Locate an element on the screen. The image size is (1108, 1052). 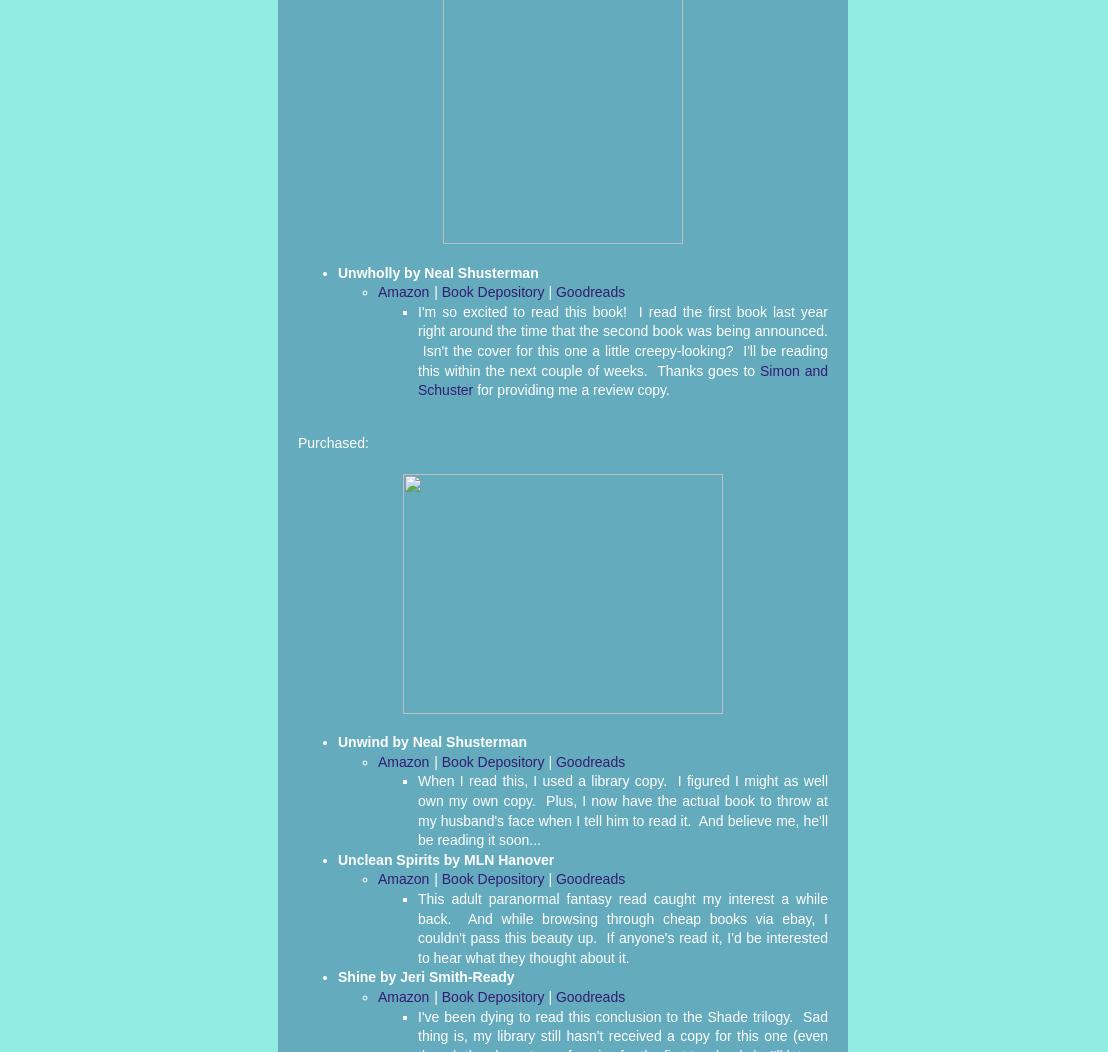
'Purchased:' is located at coordinates (298, 442).